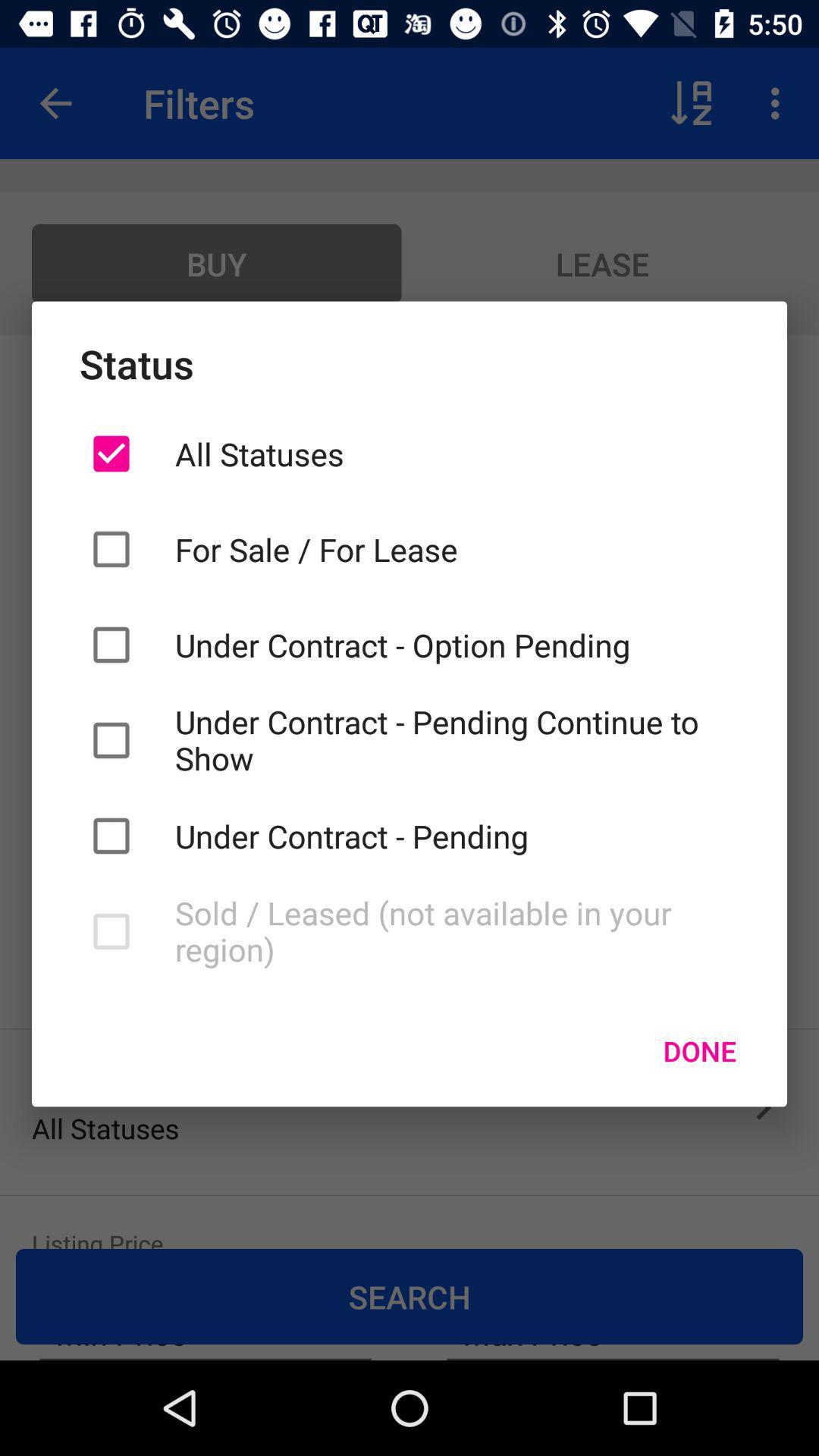 The width and height of the screenshot is (819, 1456). I want to click on the item above done item, so click(456, 930).